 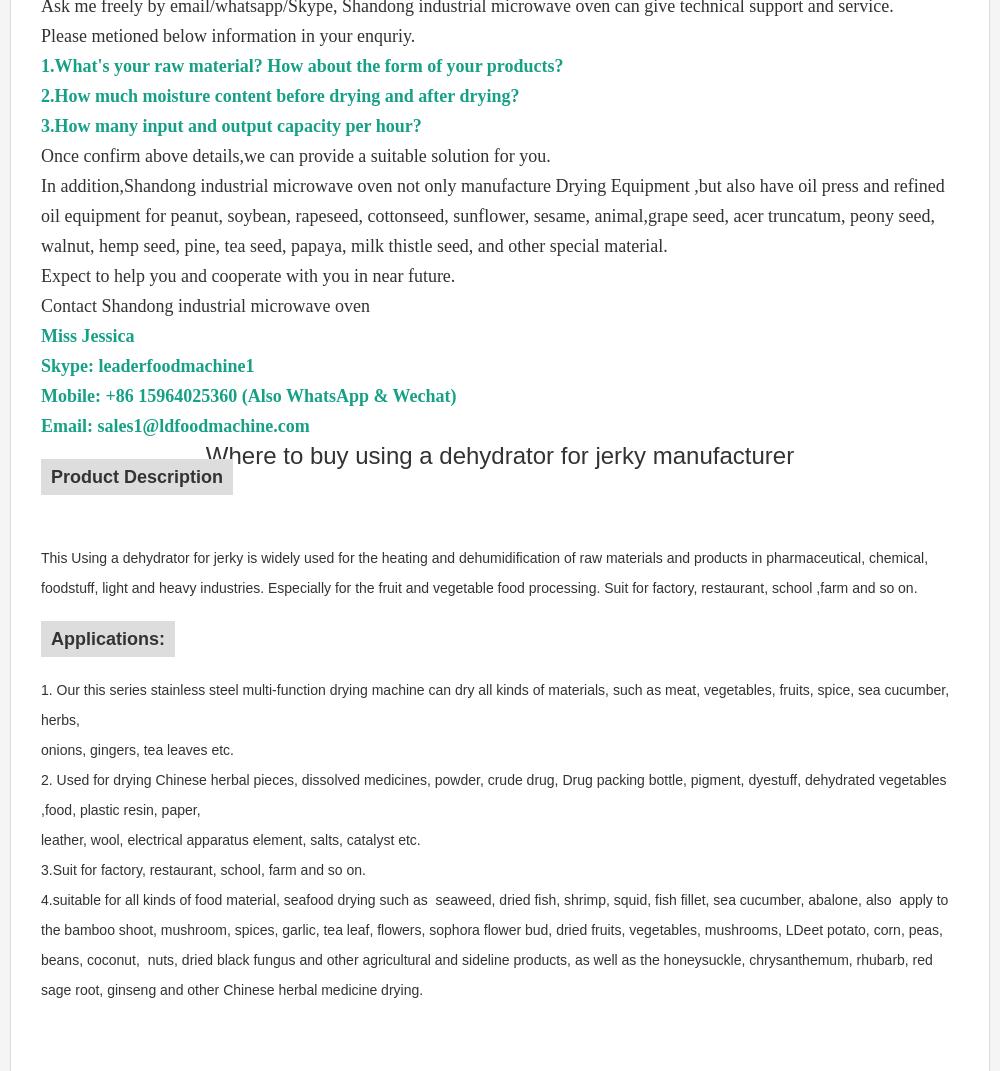 What do you see at coordinates (107, 637) in the screenshot?
I see `'Applications:'` at bounding box center [107, 637].